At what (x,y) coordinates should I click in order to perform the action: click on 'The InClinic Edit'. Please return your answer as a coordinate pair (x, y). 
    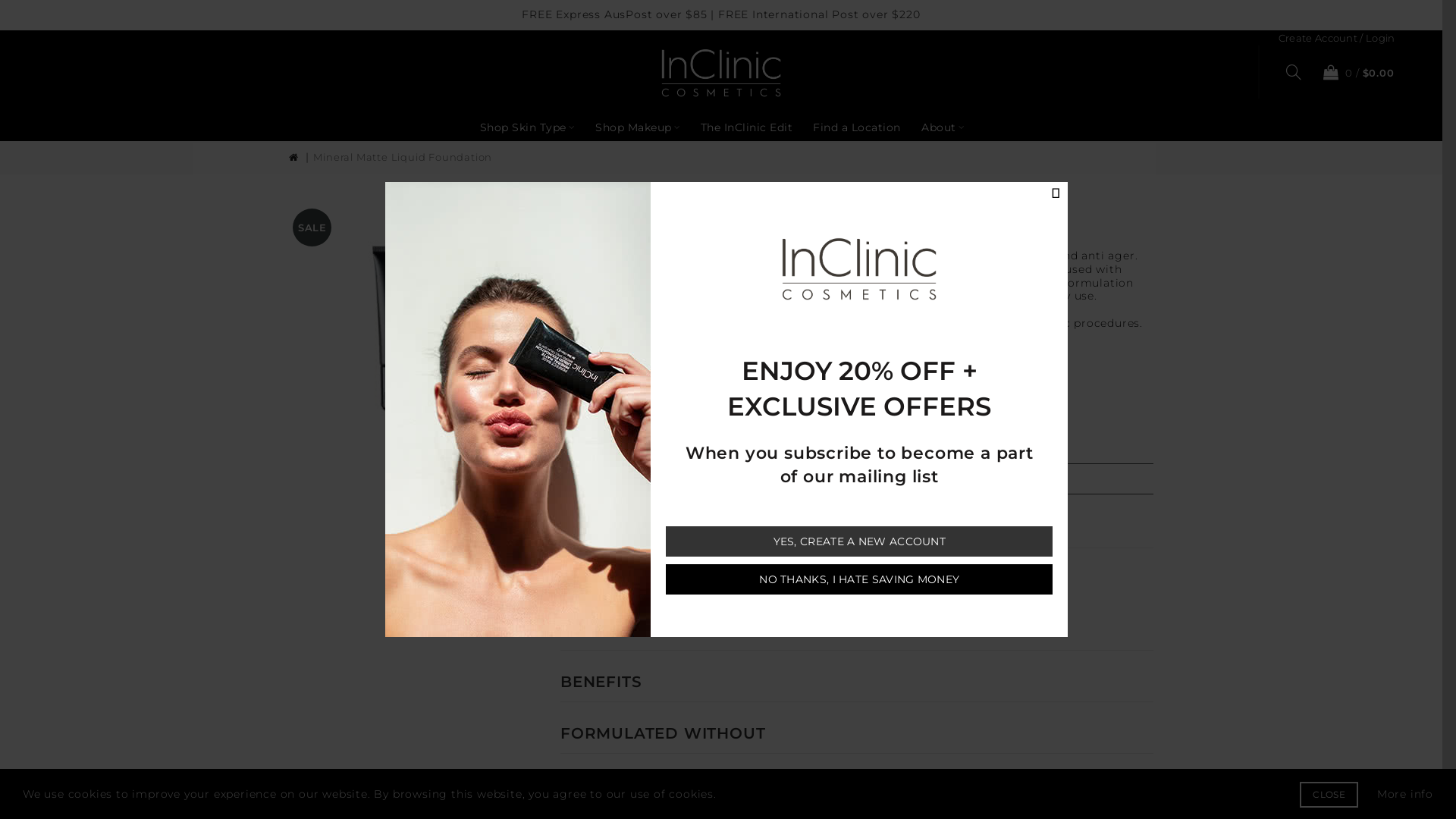
    Looking at the image, I should click on (746, 127).